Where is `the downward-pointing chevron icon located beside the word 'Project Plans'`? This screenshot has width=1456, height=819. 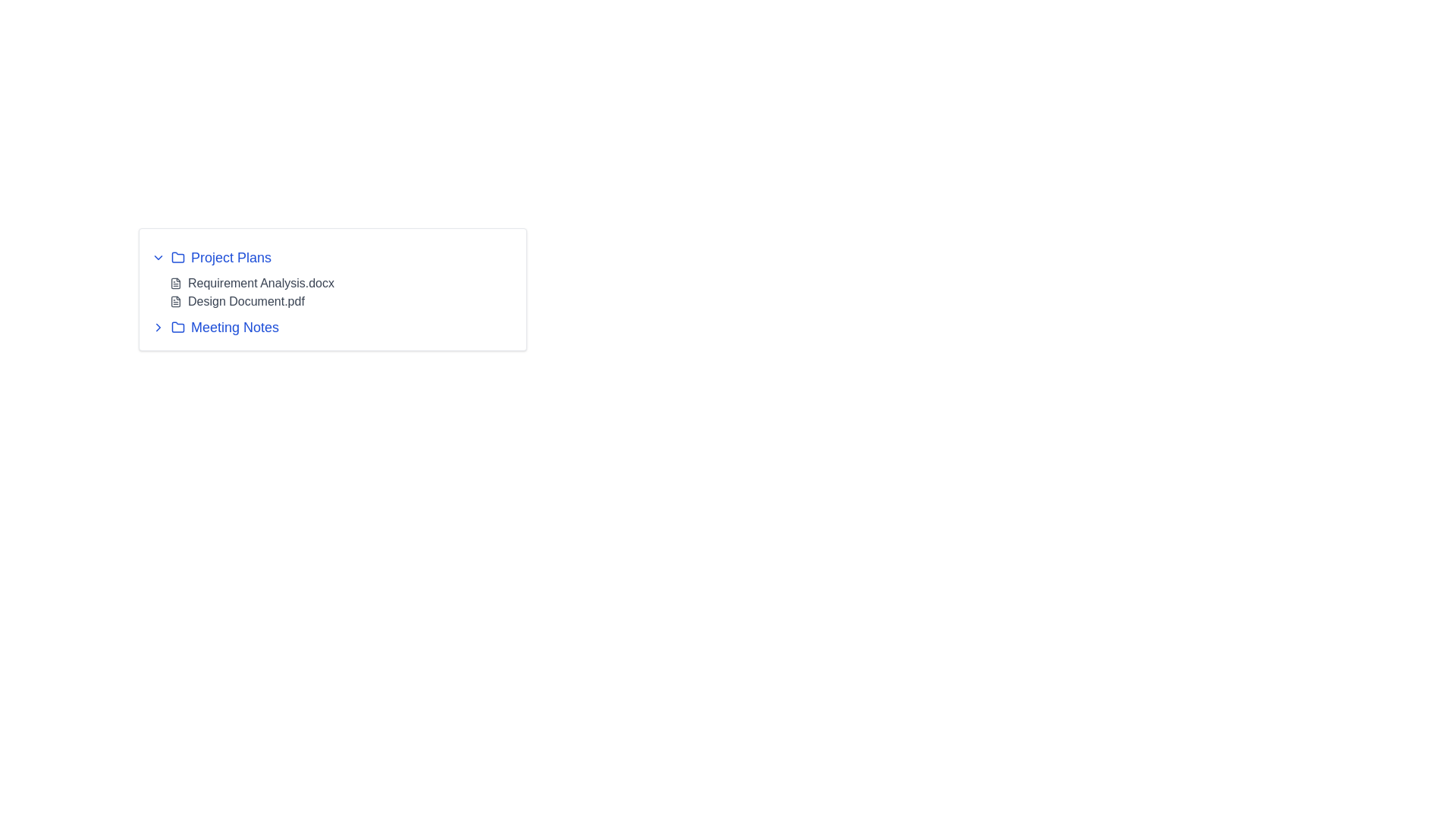
the downward-pointing chevron icon located beside the word 'Project Plans' is located at coordinates (158, 256).